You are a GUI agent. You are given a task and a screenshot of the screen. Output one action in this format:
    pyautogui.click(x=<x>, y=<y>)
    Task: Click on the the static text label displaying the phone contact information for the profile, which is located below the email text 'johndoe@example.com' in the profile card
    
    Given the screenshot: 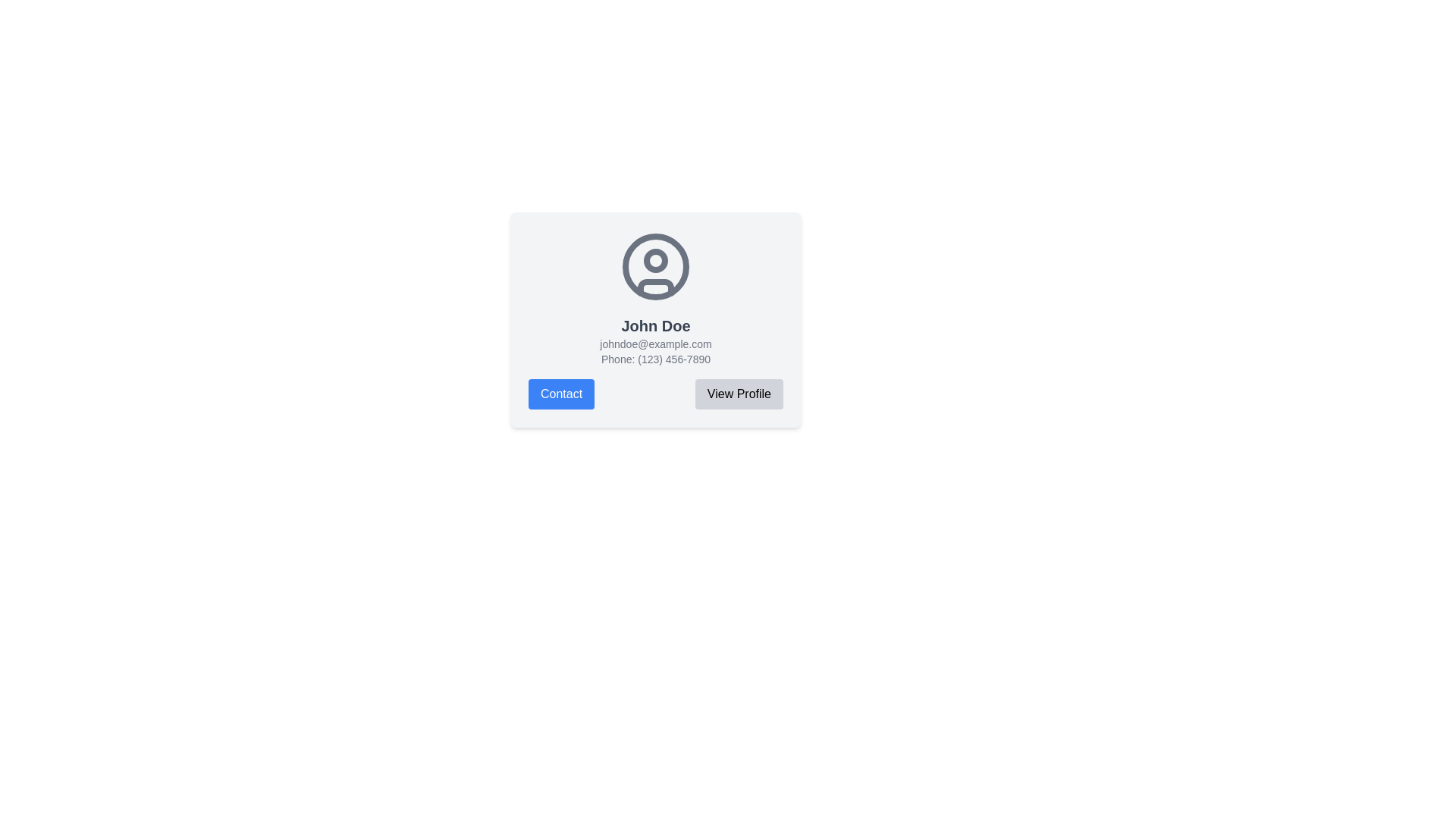 What is the action you would take?
    pyautogui.click(x=655, y=359)
    